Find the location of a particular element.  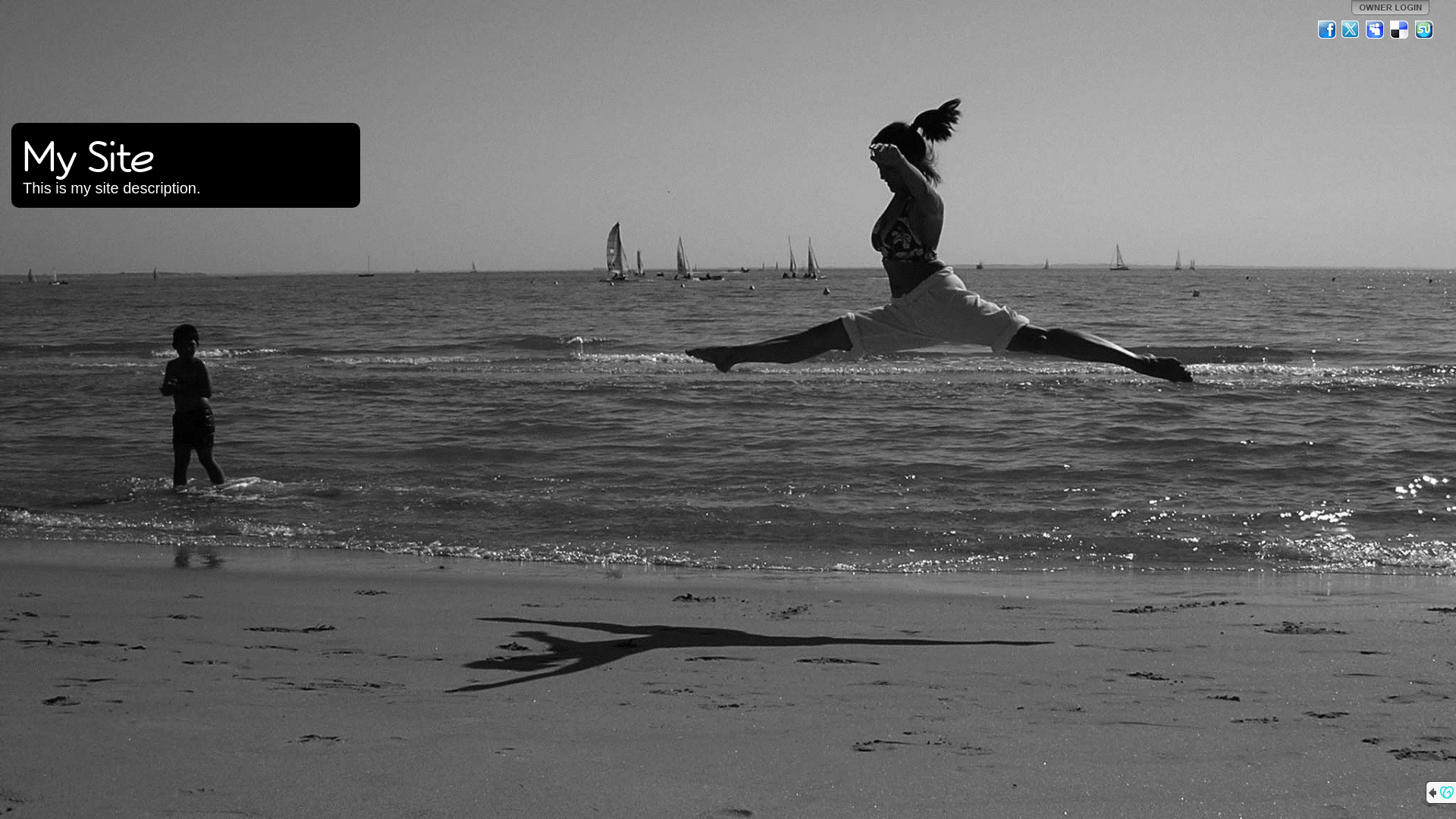

'Twitter' is located at coordinates (1351, 29).